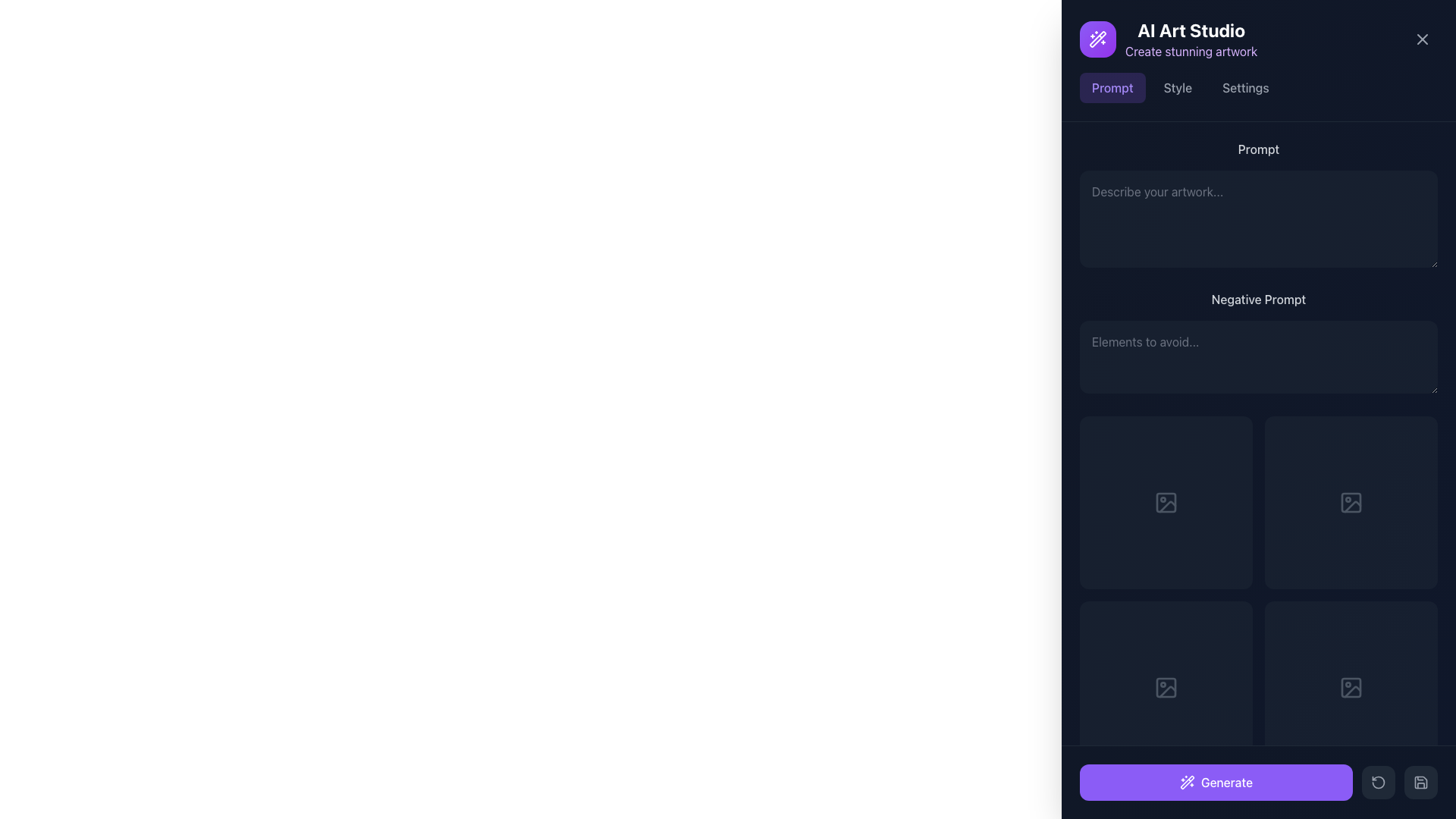  What do you see at coordinates (1379, 783) in the screenshot?
I see `the control icon embedded in the button designed for initiating a counterclockwise rotation action, which is located at the bottom-right of the interface next to the 'Generate' button` at bounding box center [1379, 783].